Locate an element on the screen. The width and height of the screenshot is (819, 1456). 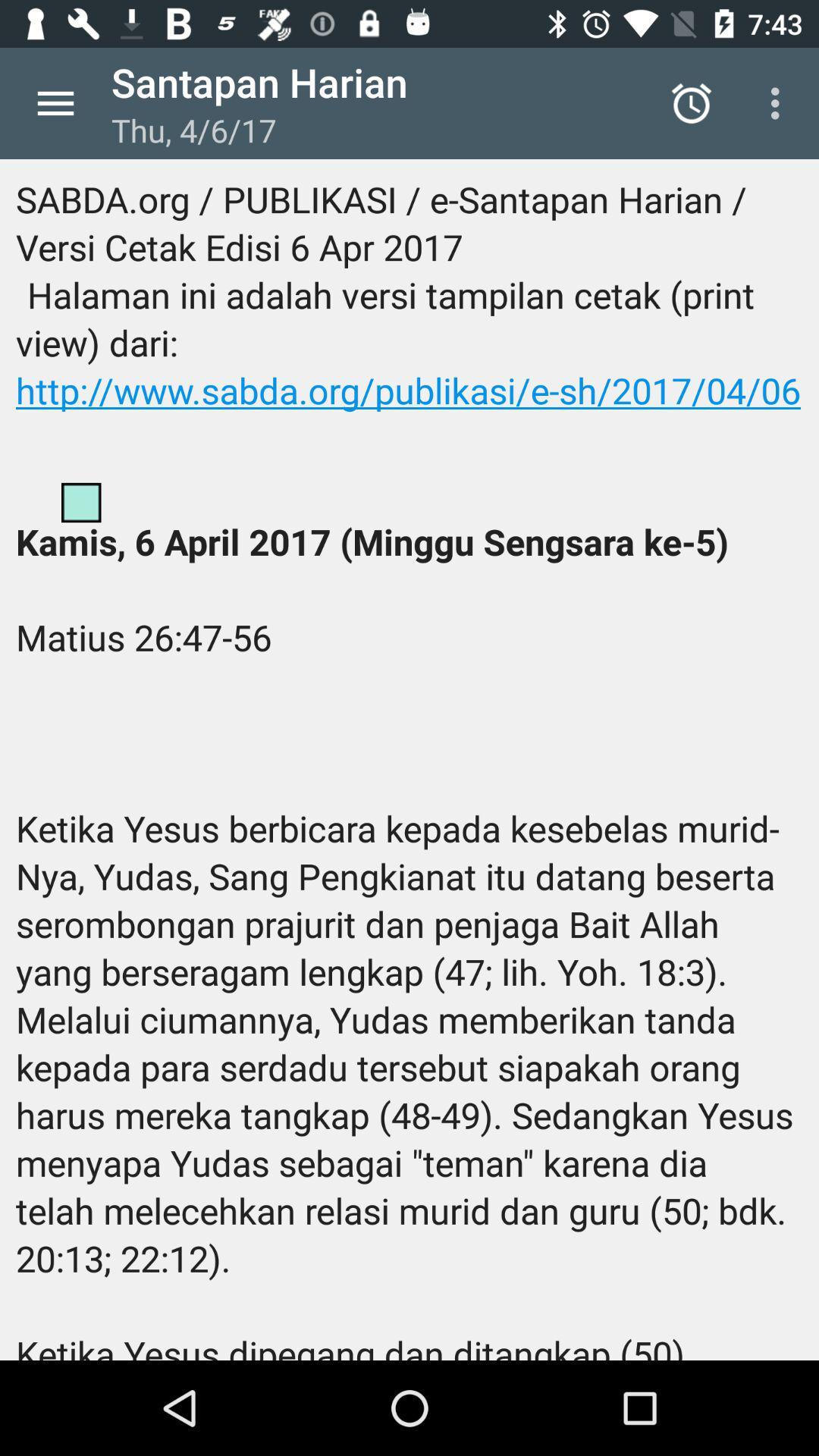
icon above sabda org publikasi item is located at coordinates (779, 102).